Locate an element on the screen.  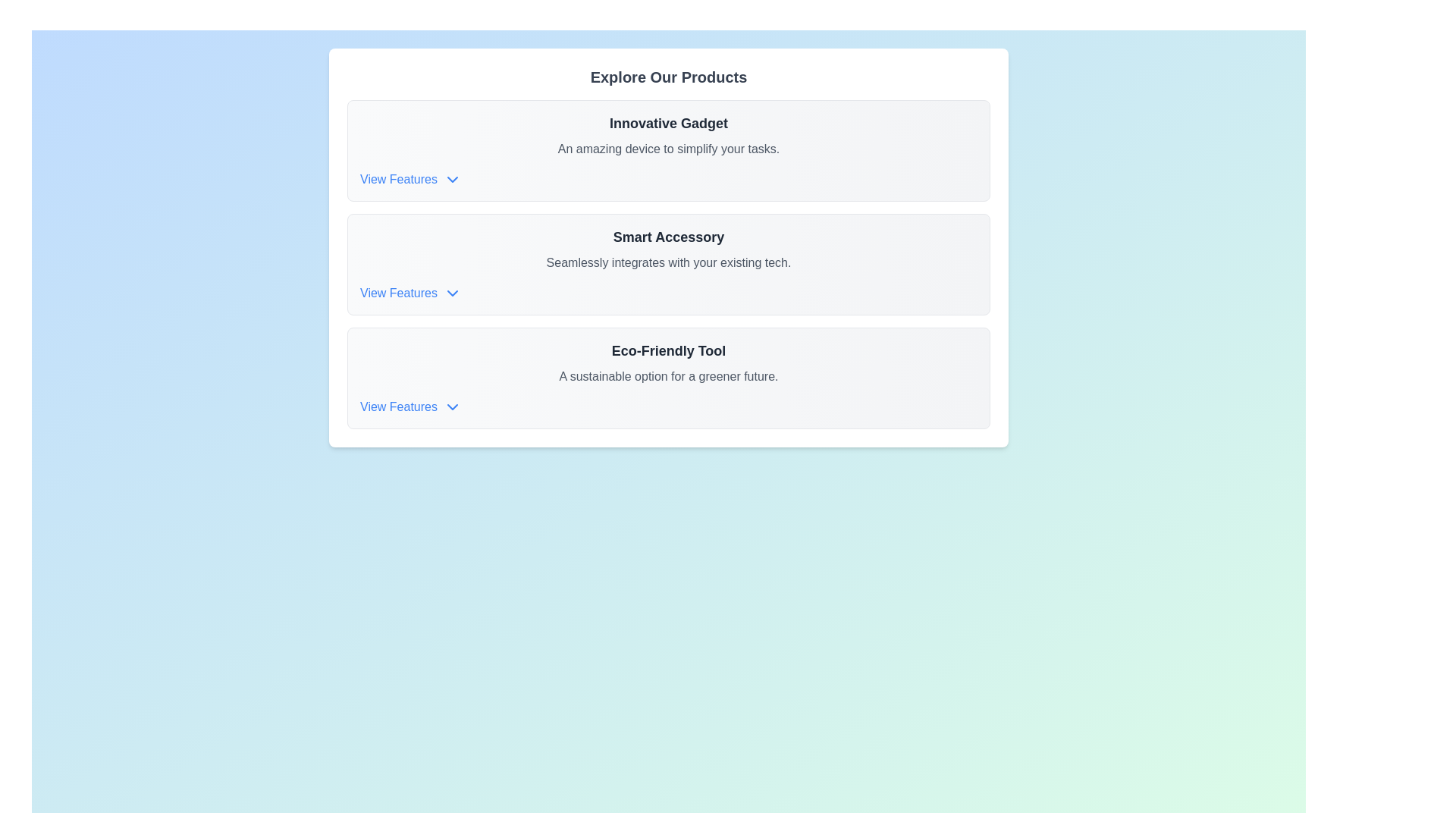
the text snippet that says 'An amazing device to simplify your tasks.', which is styled in gray font and located beneath the title 'Innovative Gadget' is located at coordinates (668, 149).